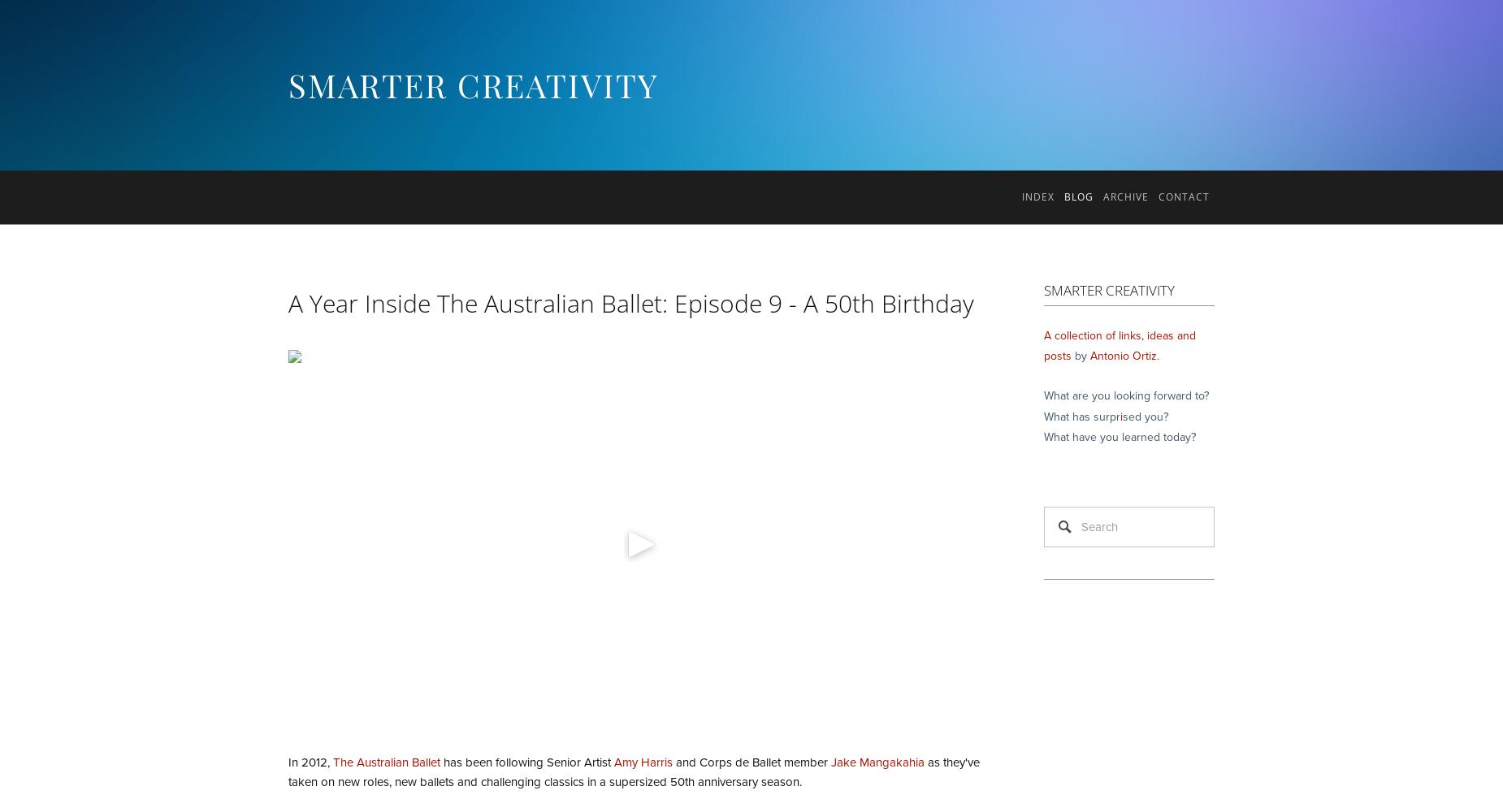  Describe the element at coordinates (1077, 196) in the screenshot. I see `'Blog'` at that location.